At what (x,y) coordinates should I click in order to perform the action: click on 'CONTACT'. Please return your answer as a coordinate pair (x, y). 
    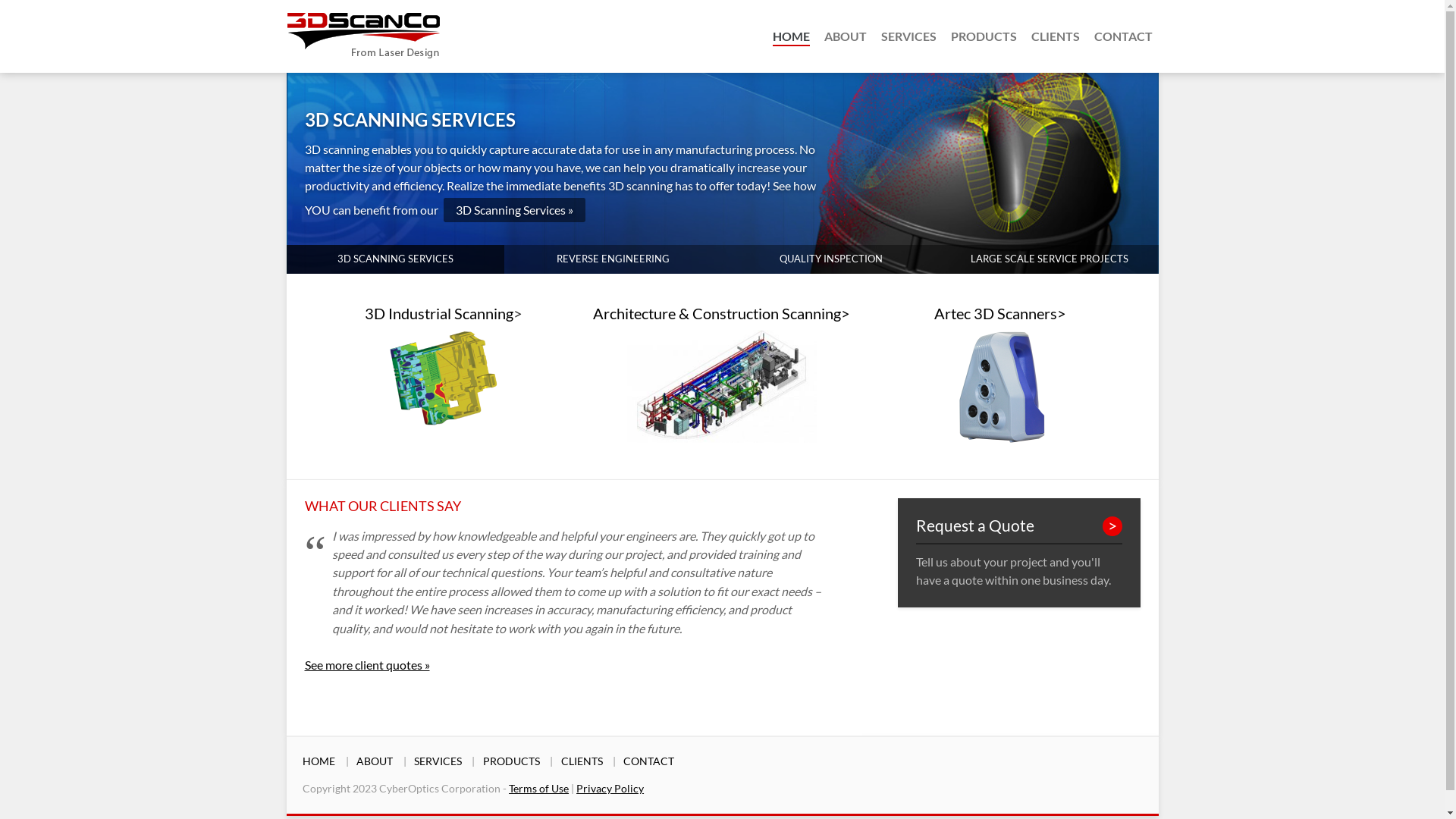
    Looking at the image, I should click on (1122, 35).